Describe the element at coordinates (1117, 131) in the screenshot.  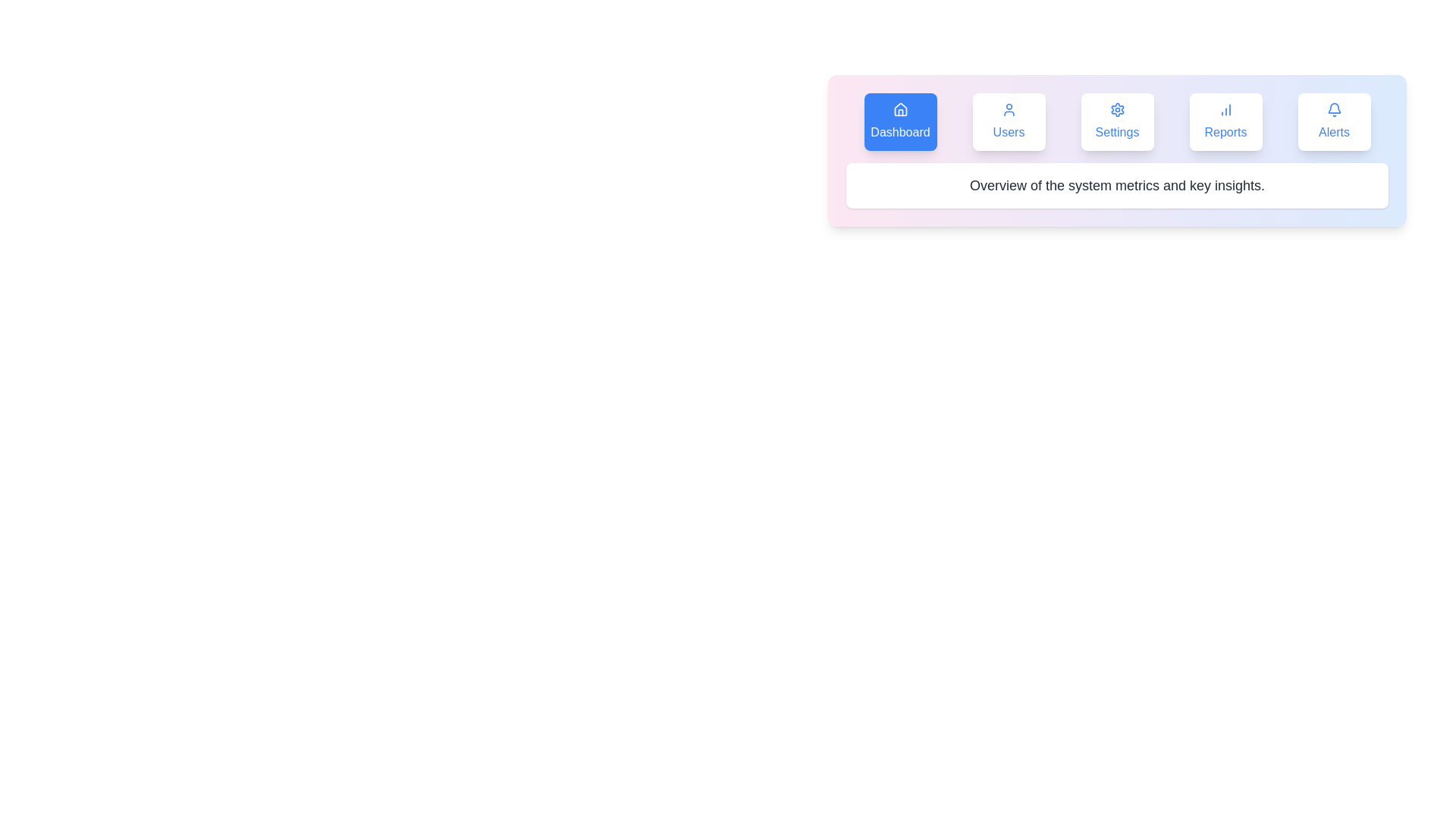
I see `the 'Settings' text label, which is located beneath the cogwheel icon and clarifies the function of the 'Settings' button in the navigation bar` at that location.